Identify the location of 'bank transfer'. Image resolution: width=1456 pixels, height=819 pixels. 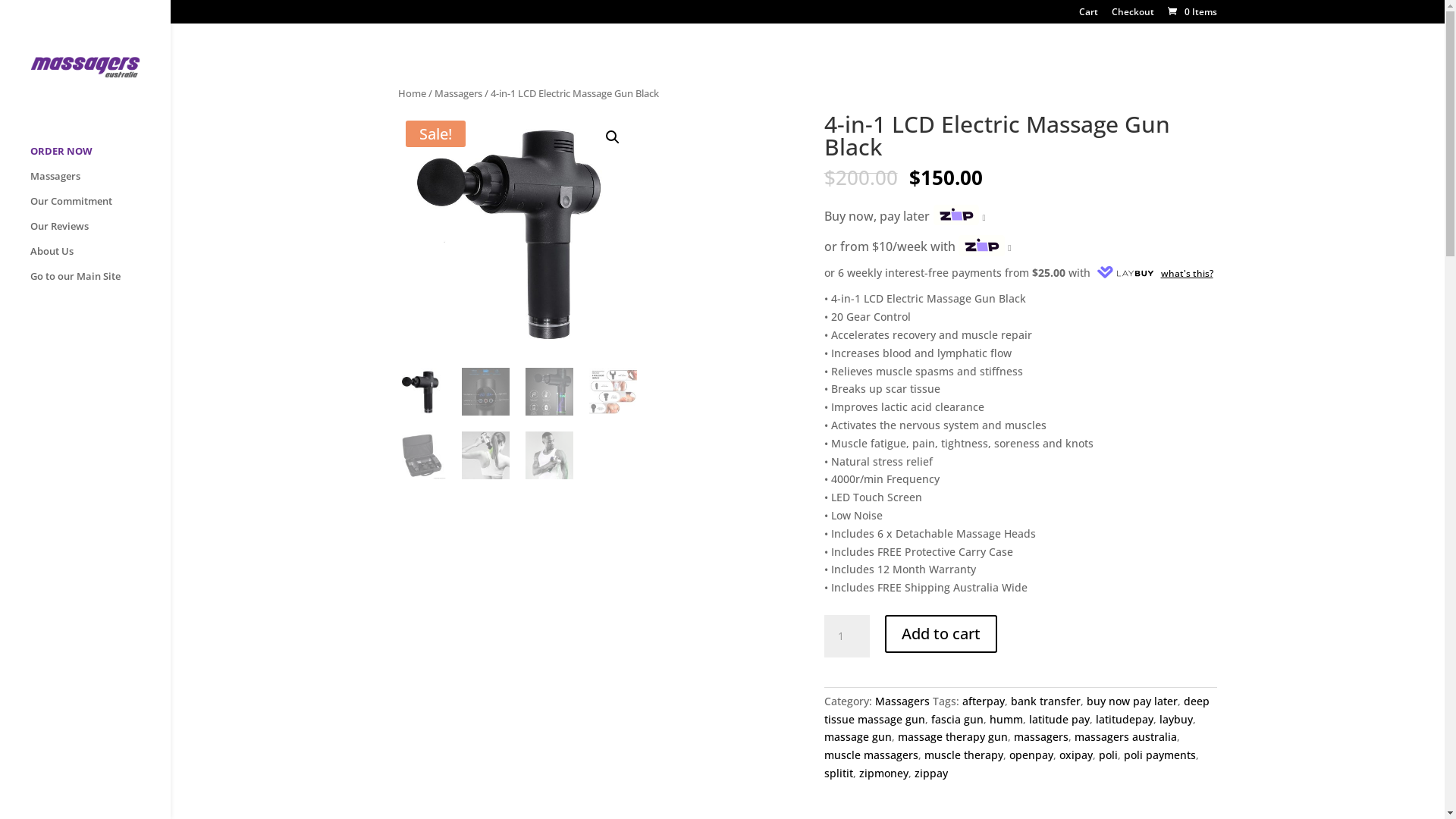
(1044, 701).